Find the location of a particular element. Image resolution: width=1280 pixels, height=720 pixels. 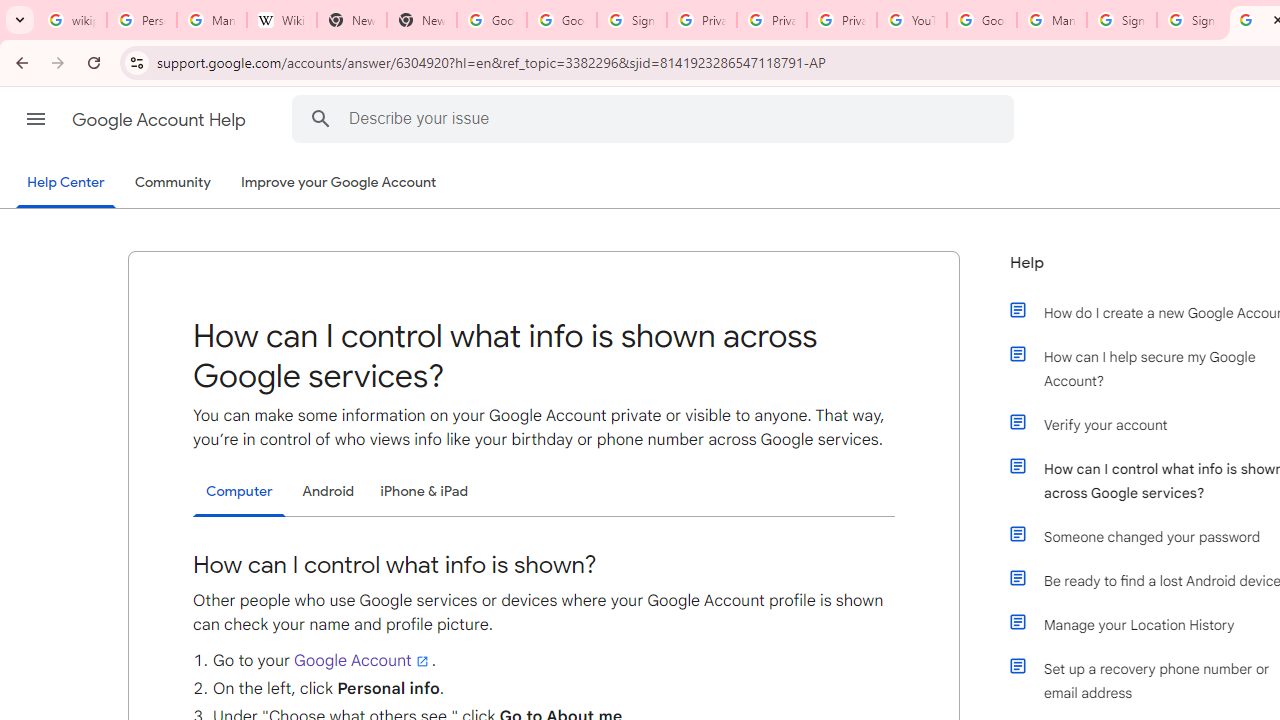

'Android' is located at coordinates (328, 491).